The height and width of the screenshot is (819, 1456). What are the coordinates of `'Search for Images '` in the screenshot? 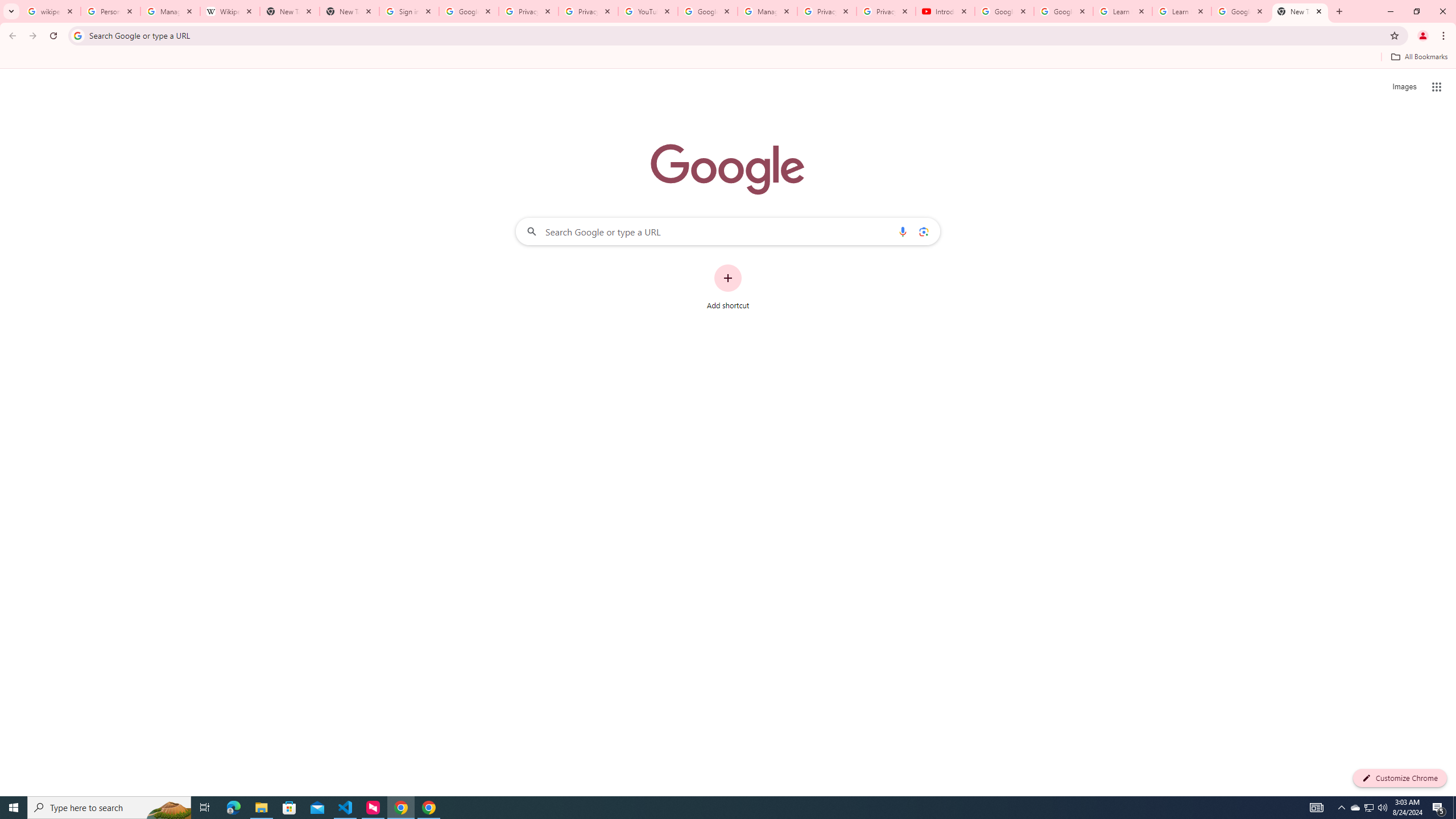 It's located at (1404, 87).